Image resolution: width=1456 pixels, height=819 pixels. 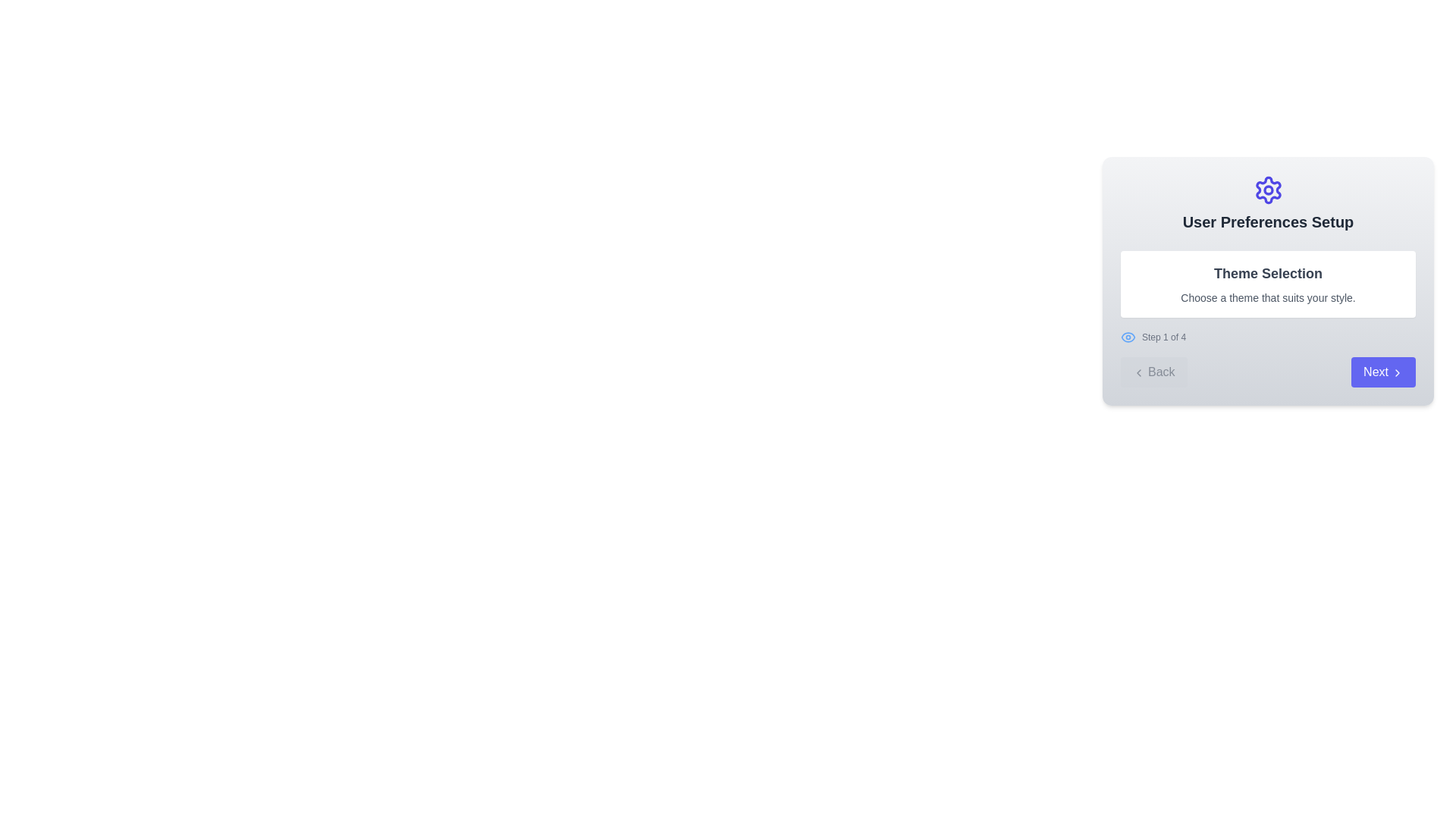 What do you see at coordinates (1153, 372) in the screenshot?
I see `the 'Back' button located at the bottom-left corner of the 'User Preferences Setup' panel` at bounding box center [1153, 372].